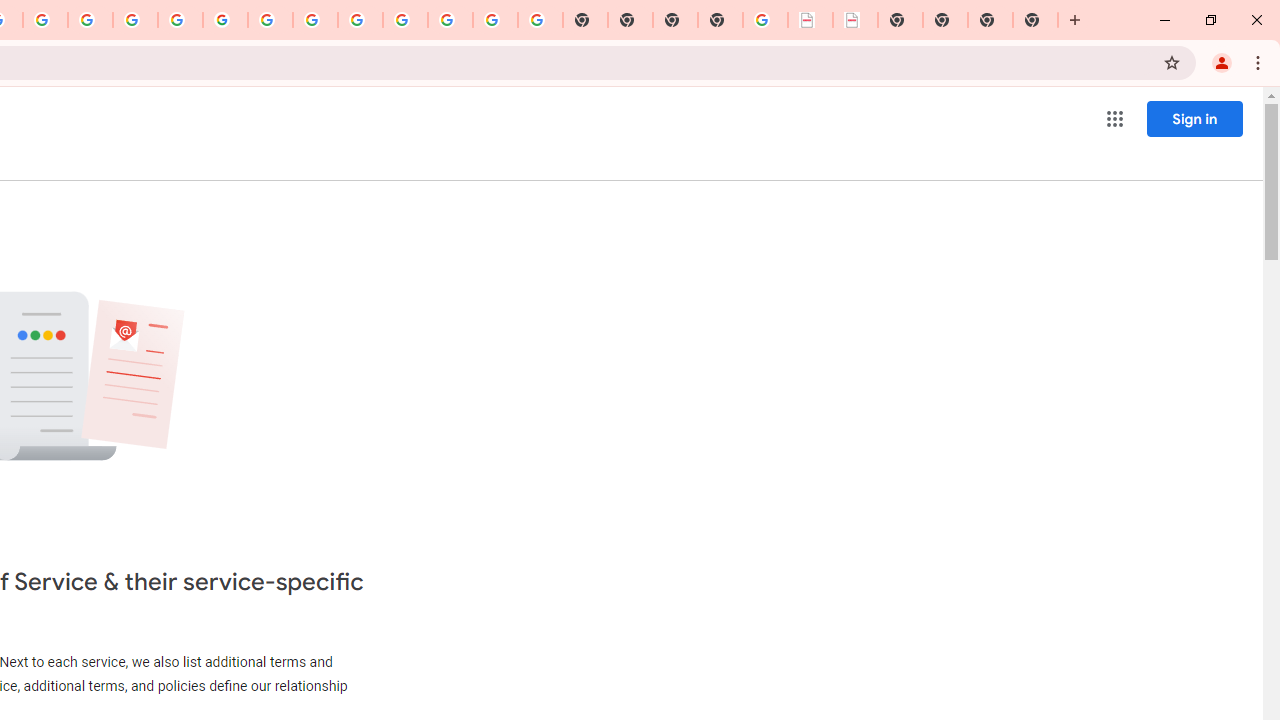  What do you see at coordinates (855, 20) in the screenshot?
I see `'BAE Systems Brasil | BAE Systems'` at bounding box center [855, 20].